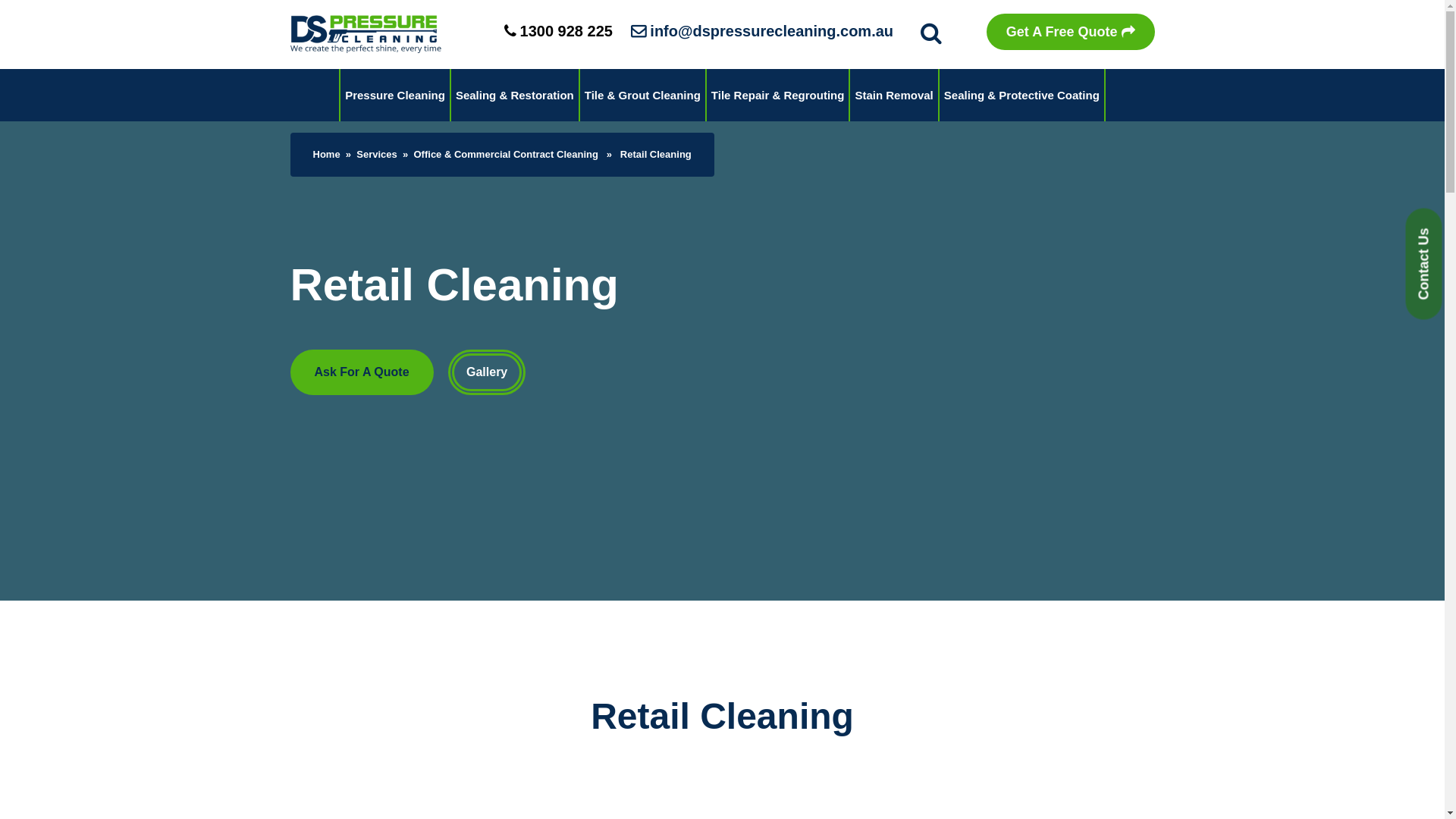 Image resolution: width=1456 pixels, height=819 pixels. Describe the element at coordinates (506, 154) in the screenshot. I see `'Office & Commercial Contract Cleaning'` at that location.